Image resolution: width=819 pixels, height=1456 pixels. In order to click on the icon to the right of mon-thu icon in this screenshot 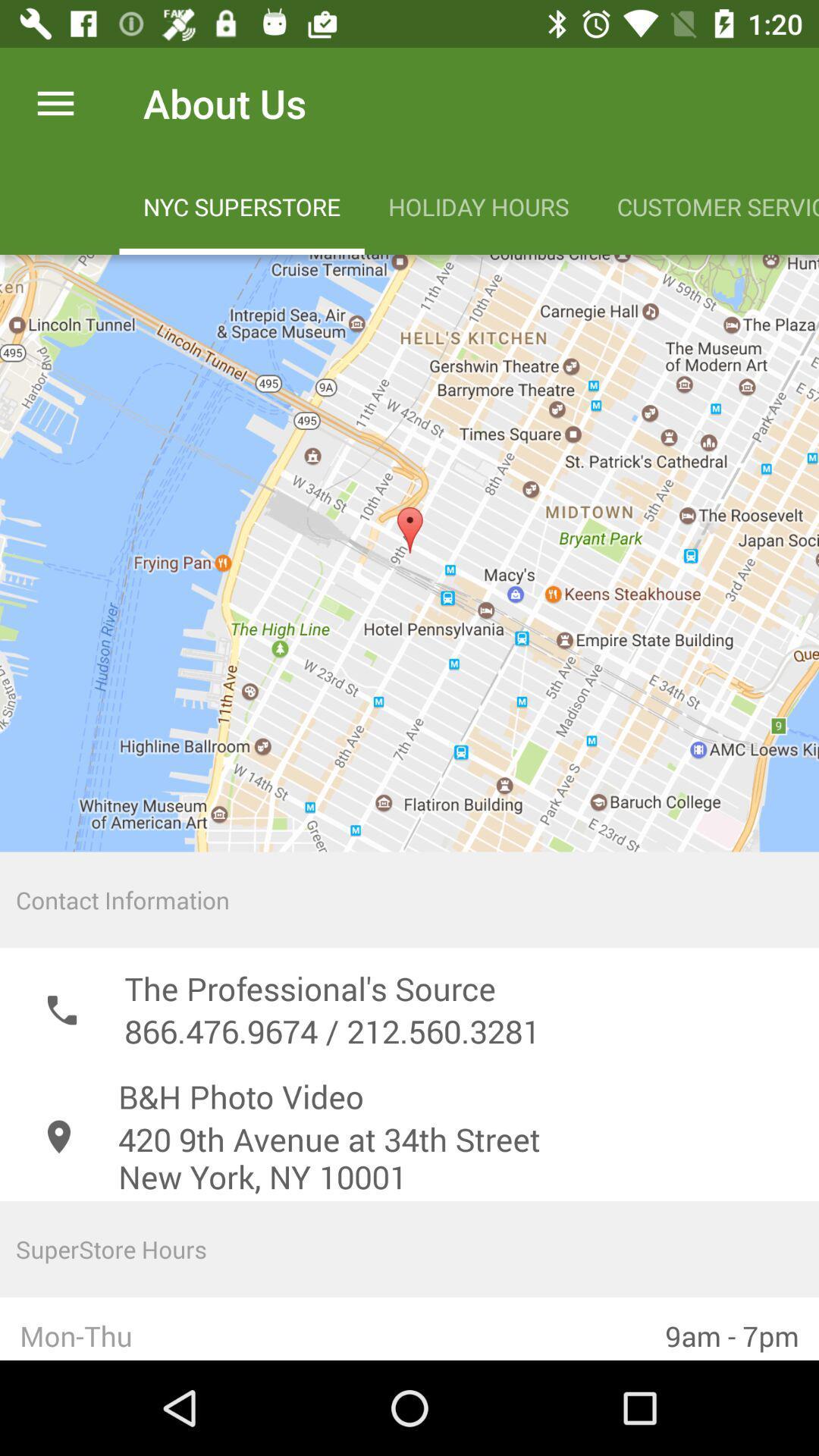, I will do `click(731, 1328)`.